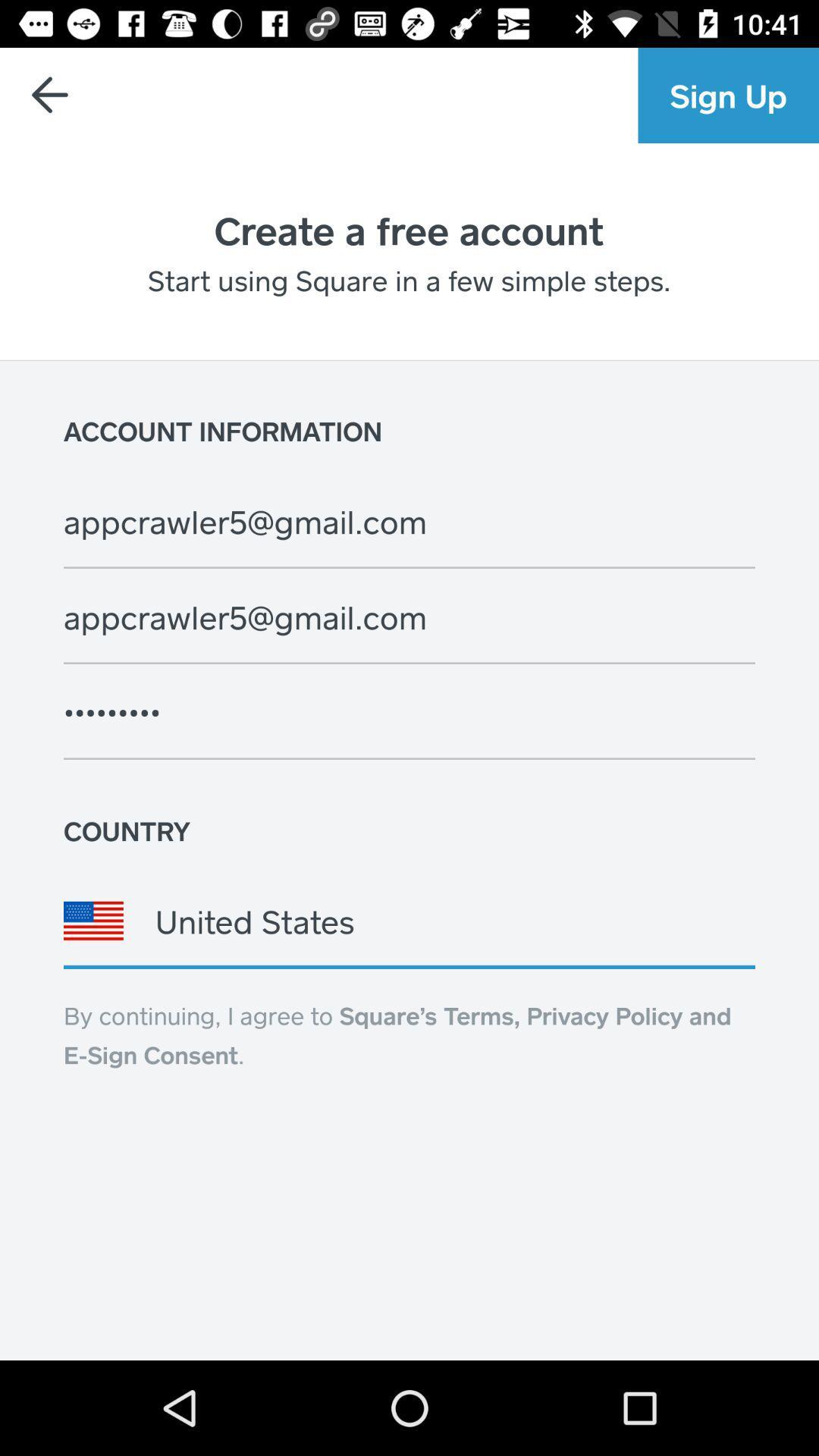  Describe the element at coordinates (409, 711) in the screenshot. I see `item above country` at that location.